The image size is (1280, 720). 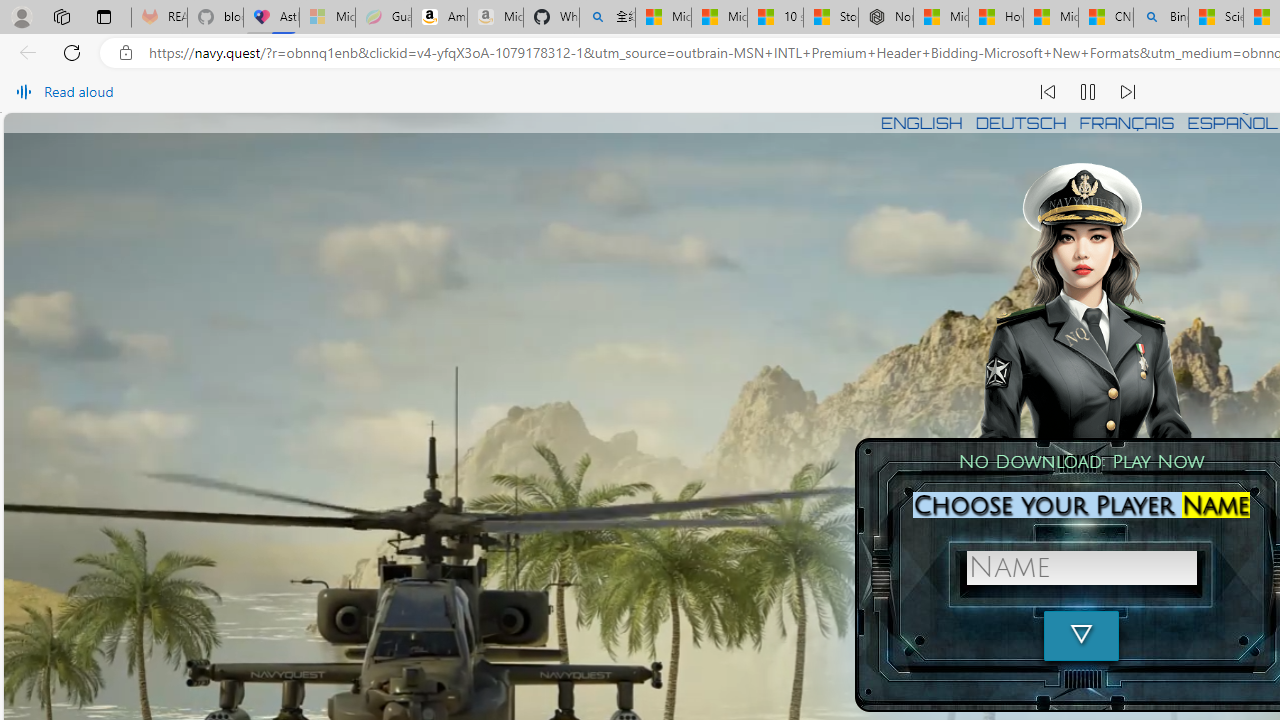 I want to click on 'Back', so click(x=24, y=51).